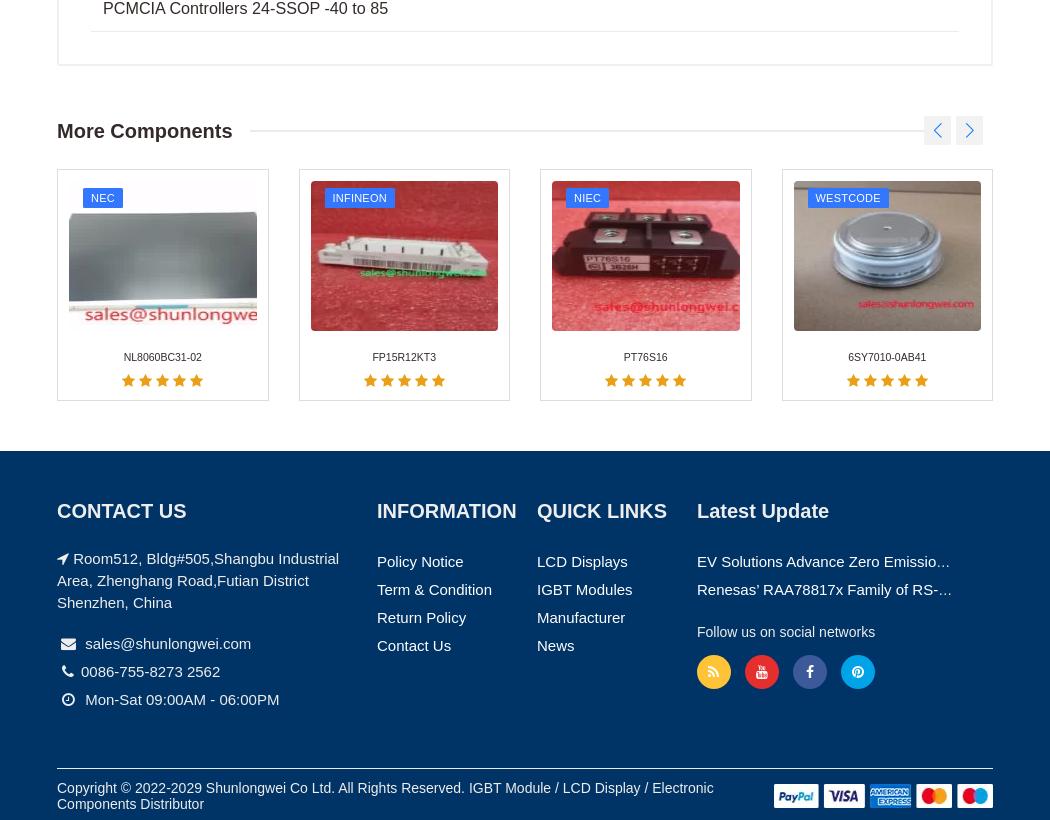 This screenshot has height=820, width=1050. What do you see at coordinates (601, 82) in the screenshot?
I see `'QUICK LINKS'` at bounding box center [601, 82].